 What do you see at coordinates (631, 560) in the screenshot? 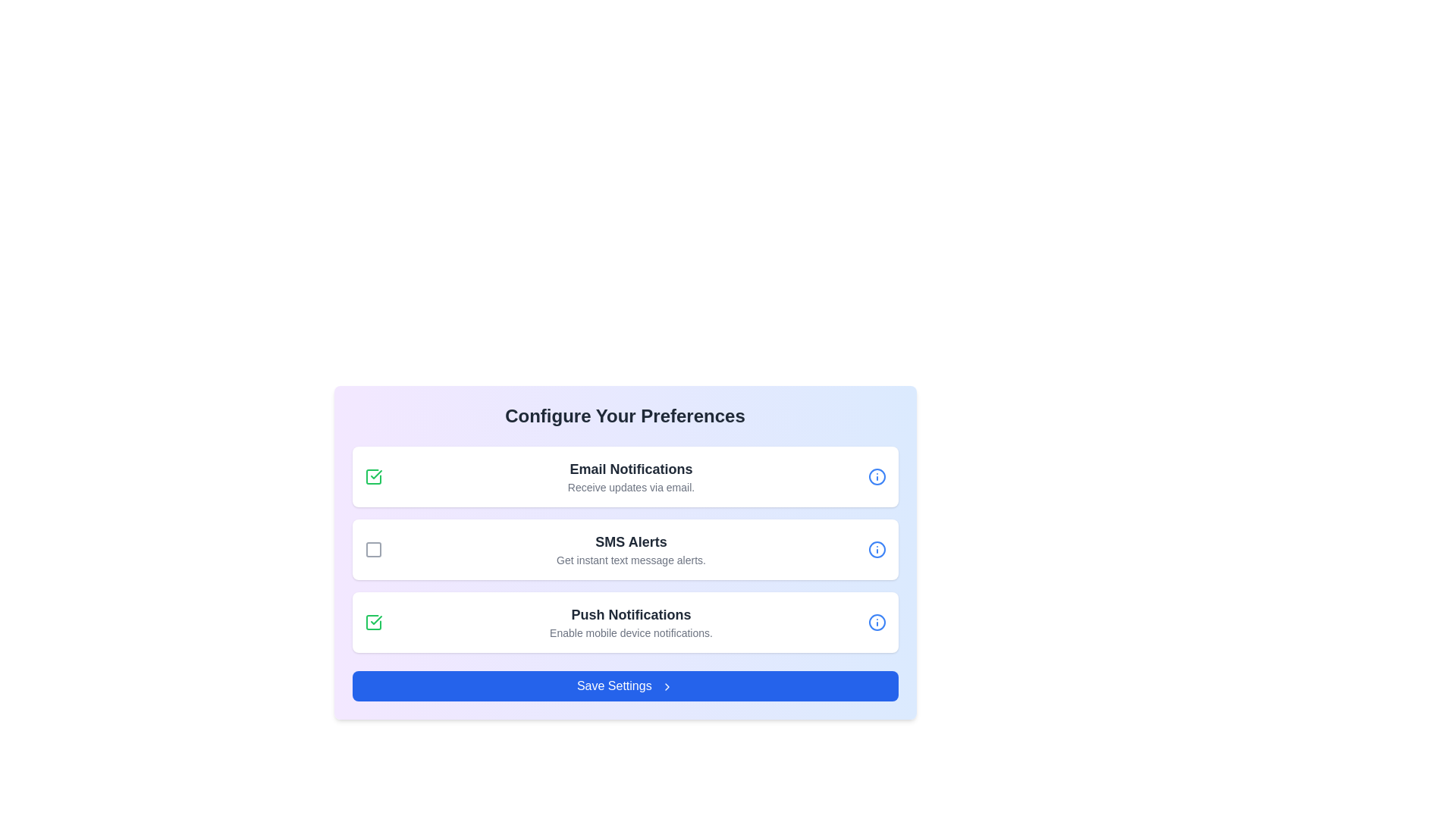
I see `the static text element that displays 'Get instant text message alerts.' located beneath the heading 'SMS Alerts'` at bounding box center [631, 560].